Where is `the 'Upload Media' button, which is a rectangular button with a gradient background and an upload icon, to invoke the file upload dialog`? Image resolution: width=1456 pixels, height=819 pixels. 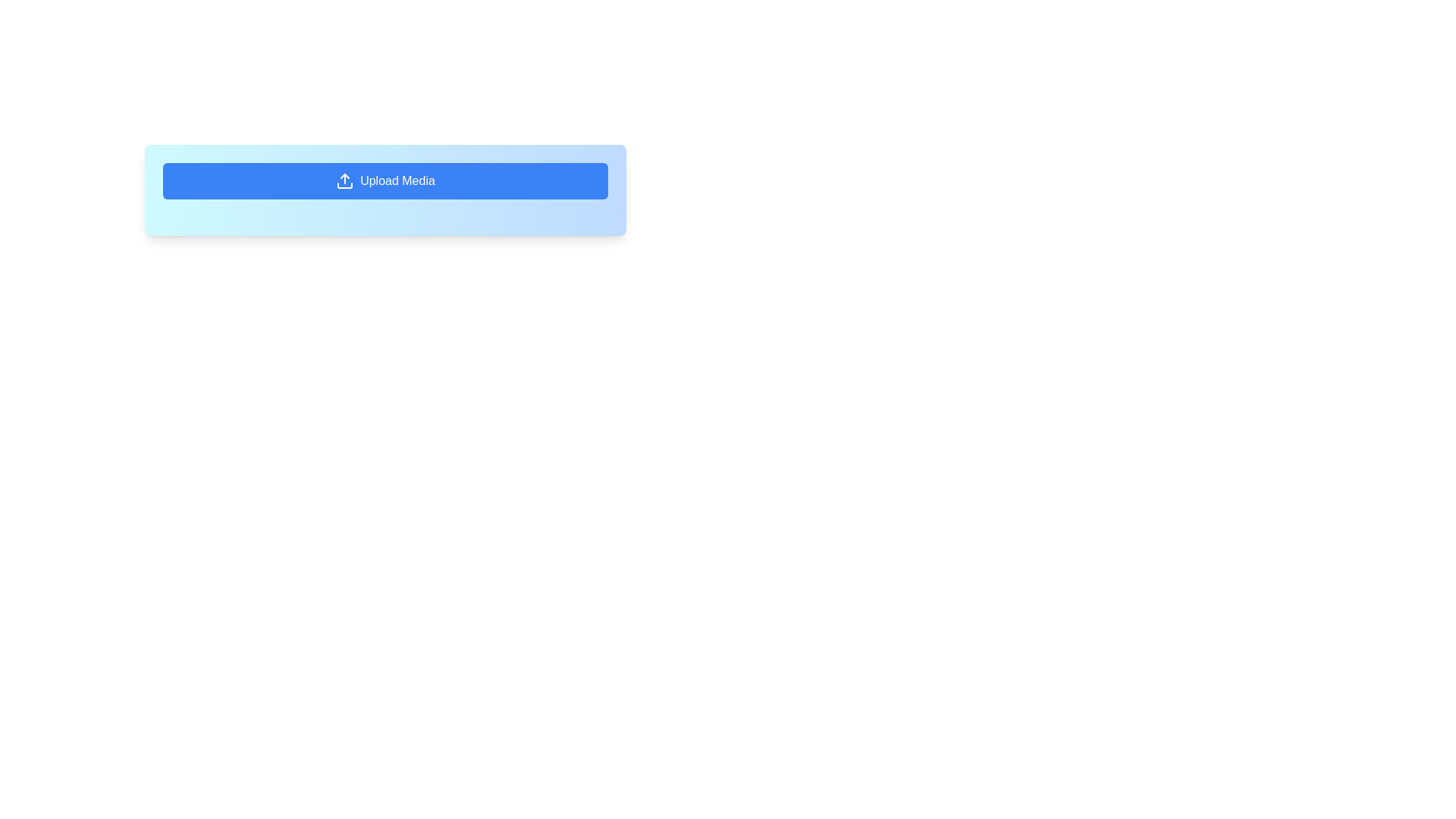 the 'Upload Media' button, which is a rectangular button with a gradient background and an upload icon, to invoke the file upload dialog is located at coordinates (385, 189).